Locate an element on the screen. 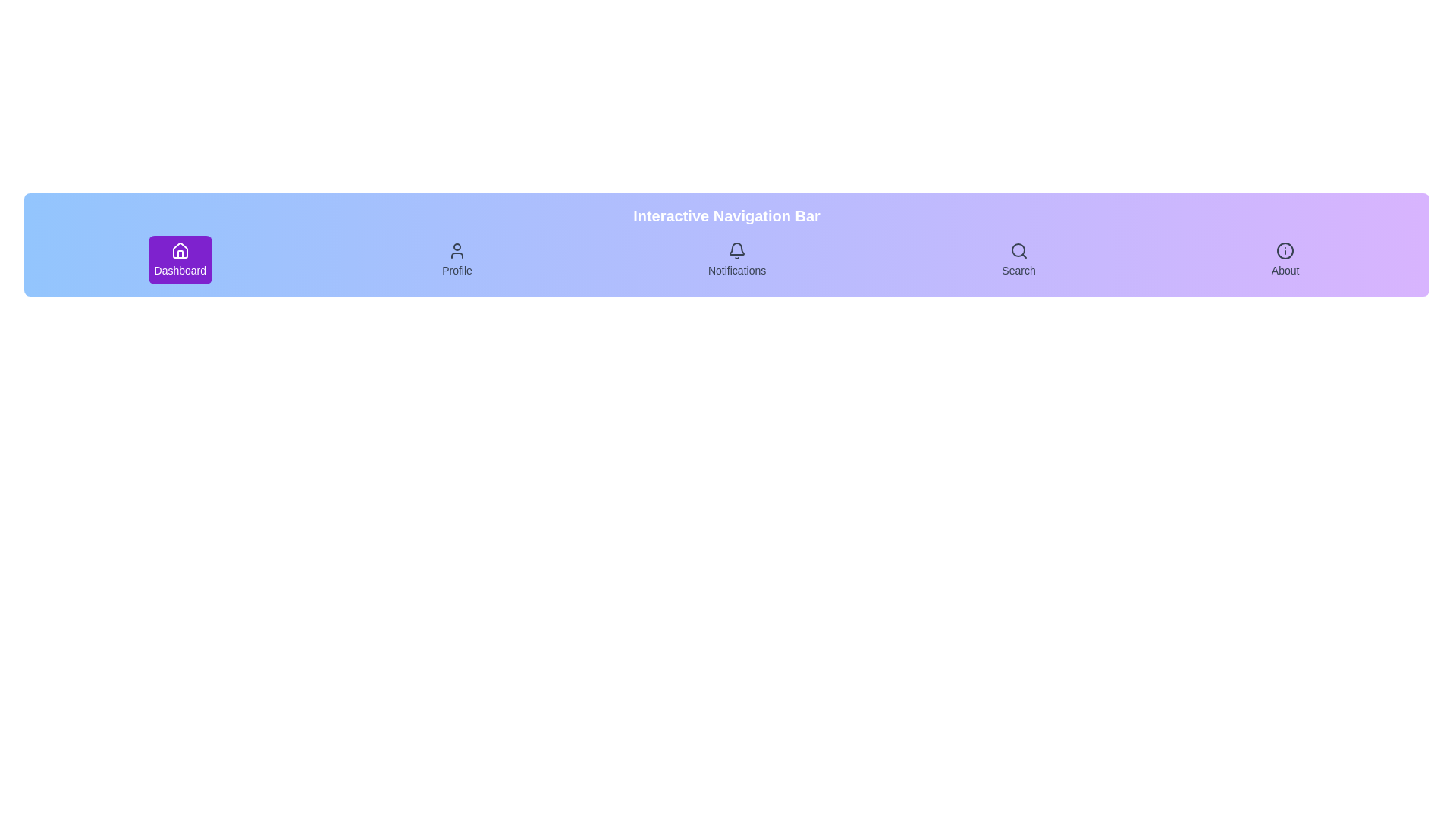 Image resolution: width=1456 pixels, height=819 pixels. the navigation item labeled About to activate it is located at coordinates (1285, 259).